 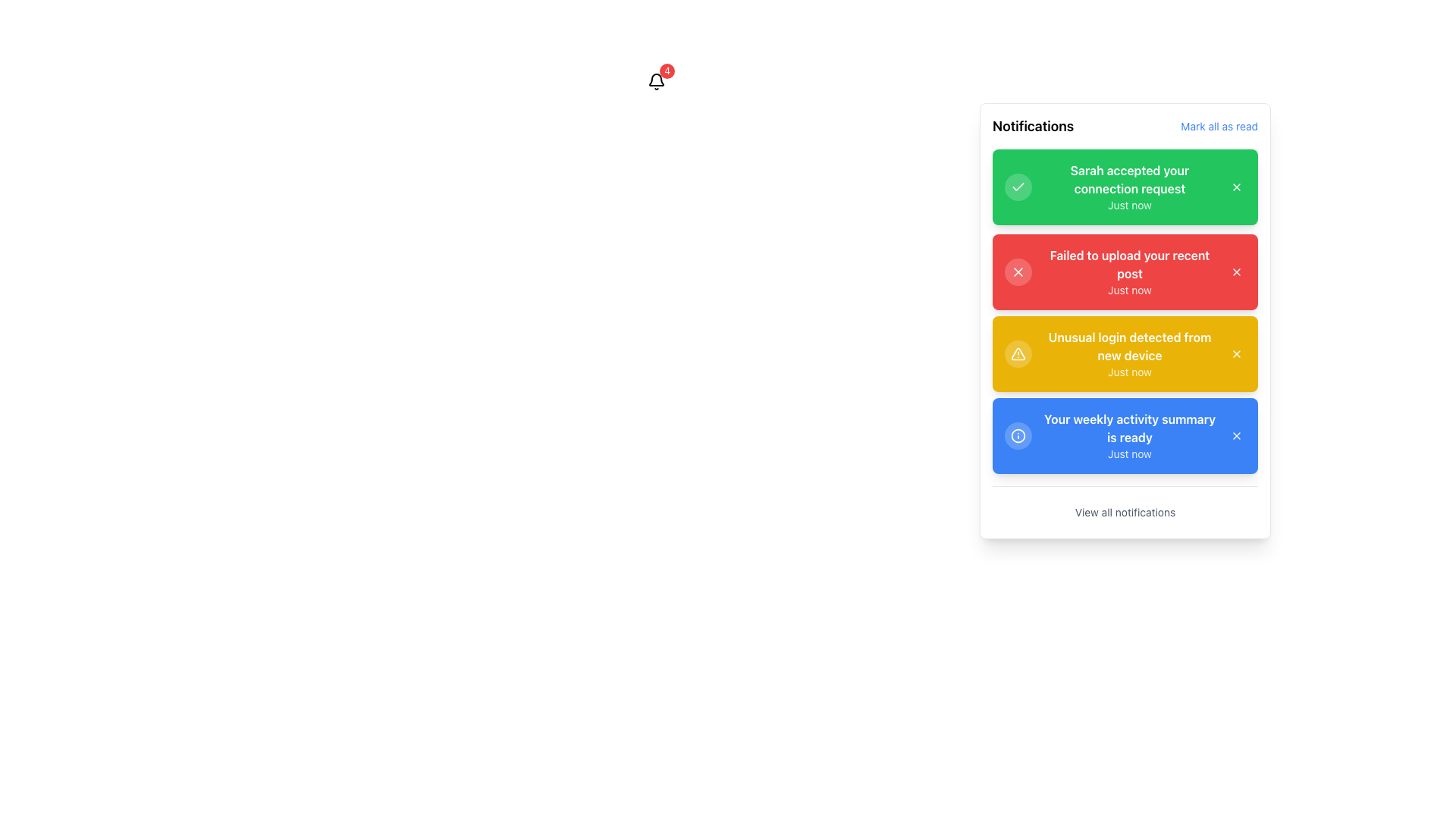 What do you see at coordinates (1237, 353) in the screenshot?
I see `the close icon button with a white 'X' symbol inside a yellow circular background located in the top-right corner of the third yellow notification card labeled 'Unusual login detected from new device'` at bounding box center [1237, 353].